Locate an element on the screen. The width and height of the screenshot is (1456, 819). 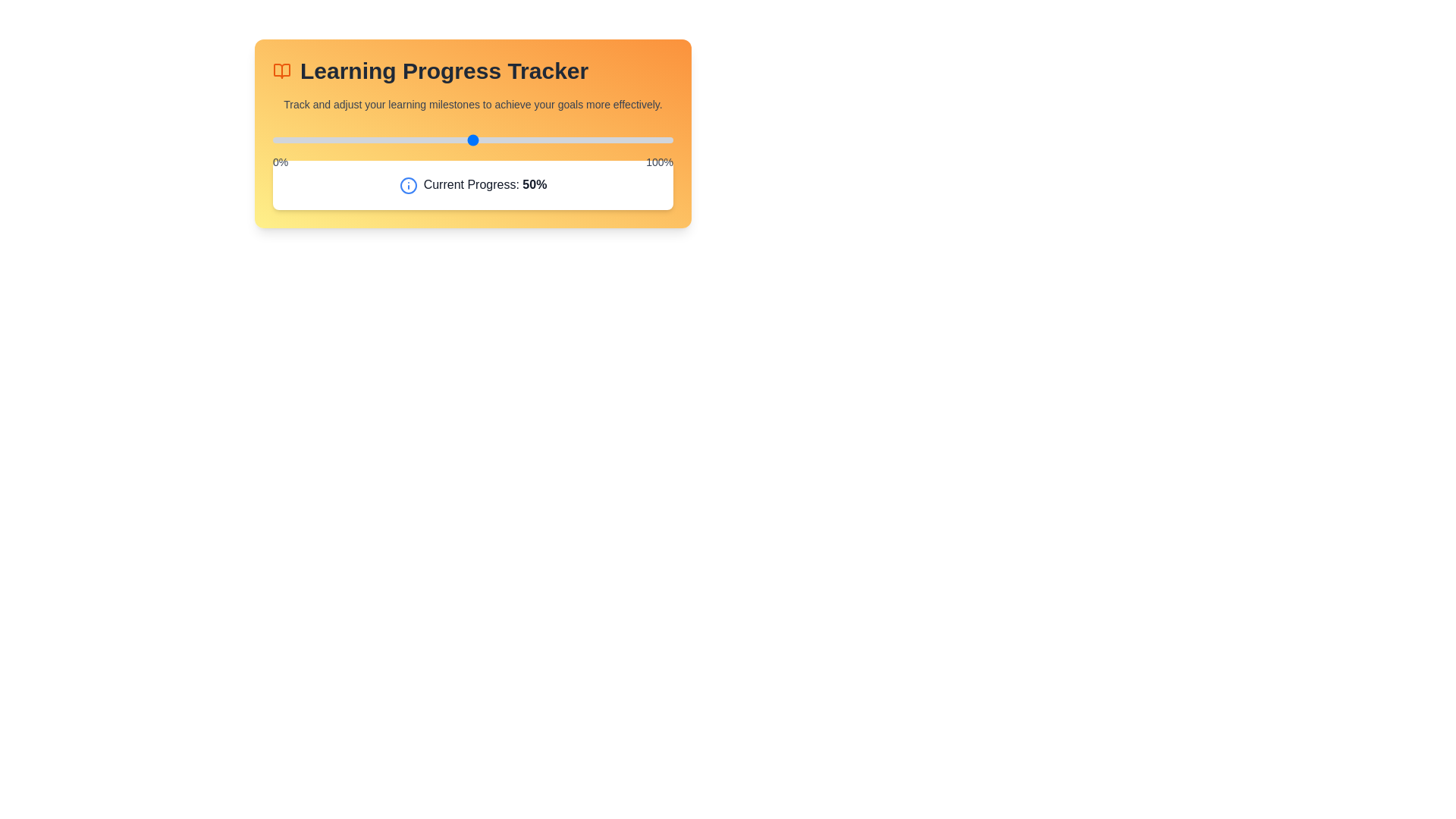
the slider to set progress to 18% is located at coordinates (344, 140).